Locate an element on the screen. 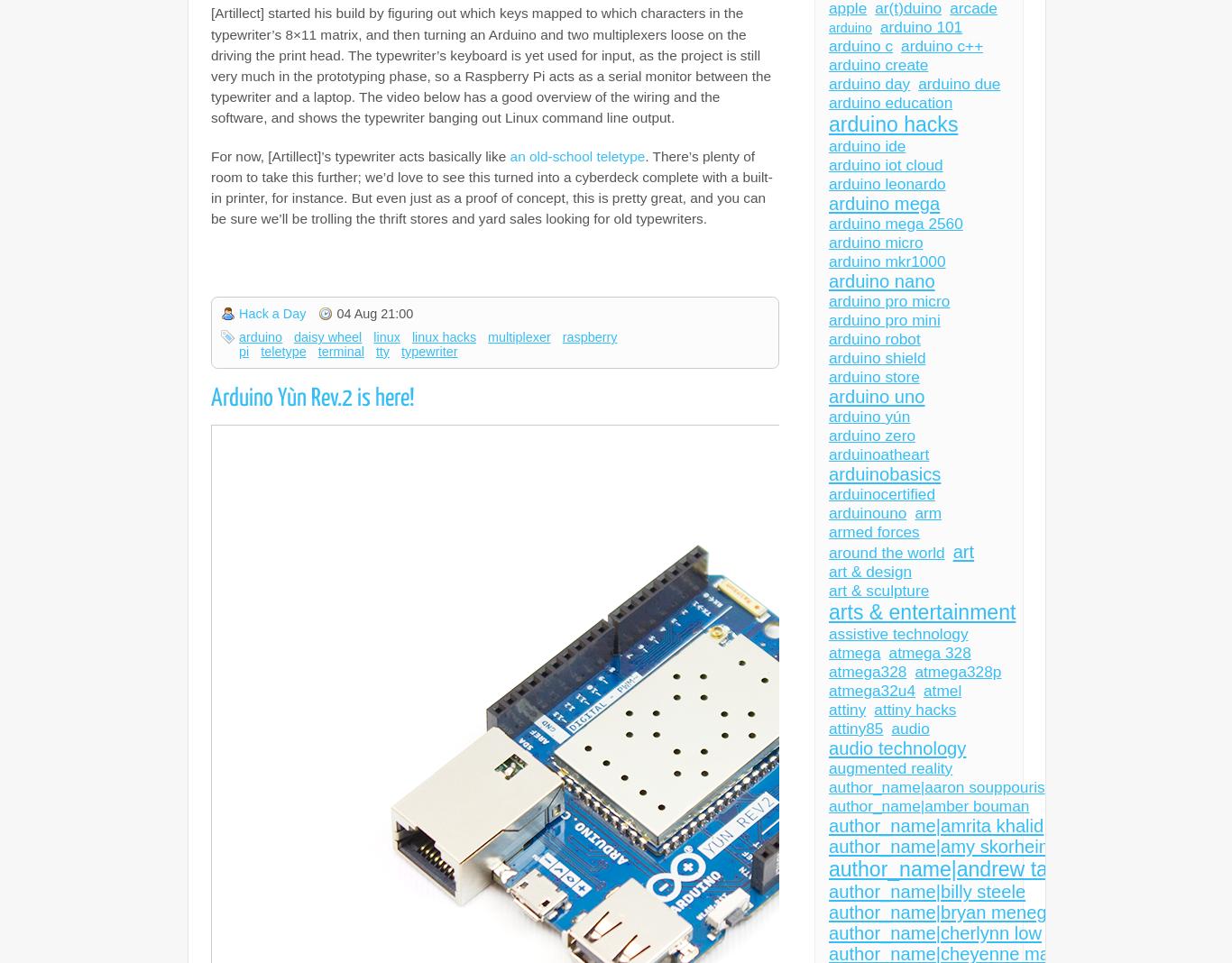 This screenshot has width=1232, height=963. 'arduino due' is located at coordinates (917, 83).